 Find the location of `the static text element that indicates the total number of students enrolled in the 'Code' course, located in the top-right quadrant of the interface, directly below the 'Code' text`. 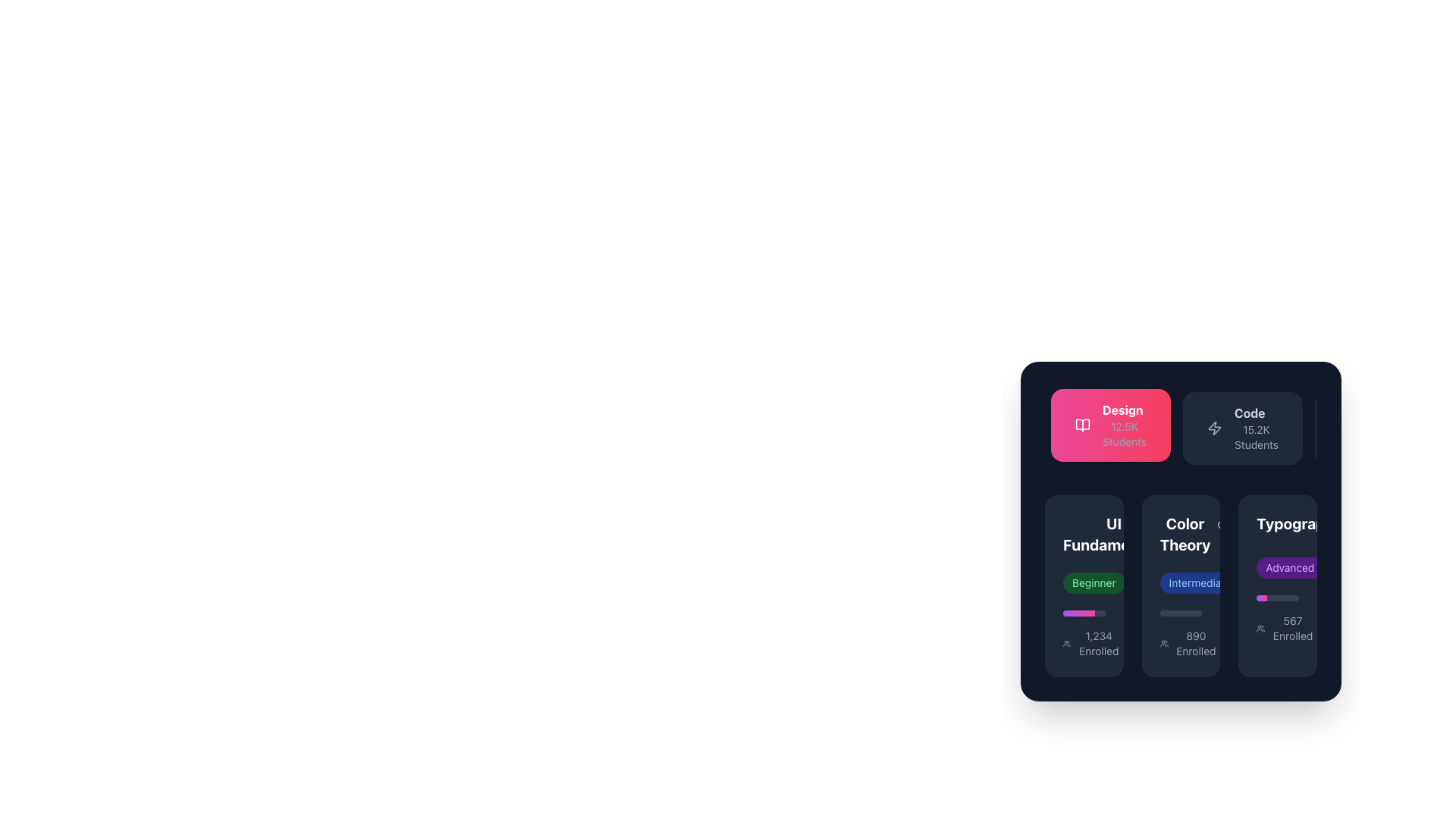

the static text element that indicates the total number of students enrolled in the 'Code' course, located in the top-right quadrant of the interface, directly below the 'Code' text is located at coordinates (1256, 438).